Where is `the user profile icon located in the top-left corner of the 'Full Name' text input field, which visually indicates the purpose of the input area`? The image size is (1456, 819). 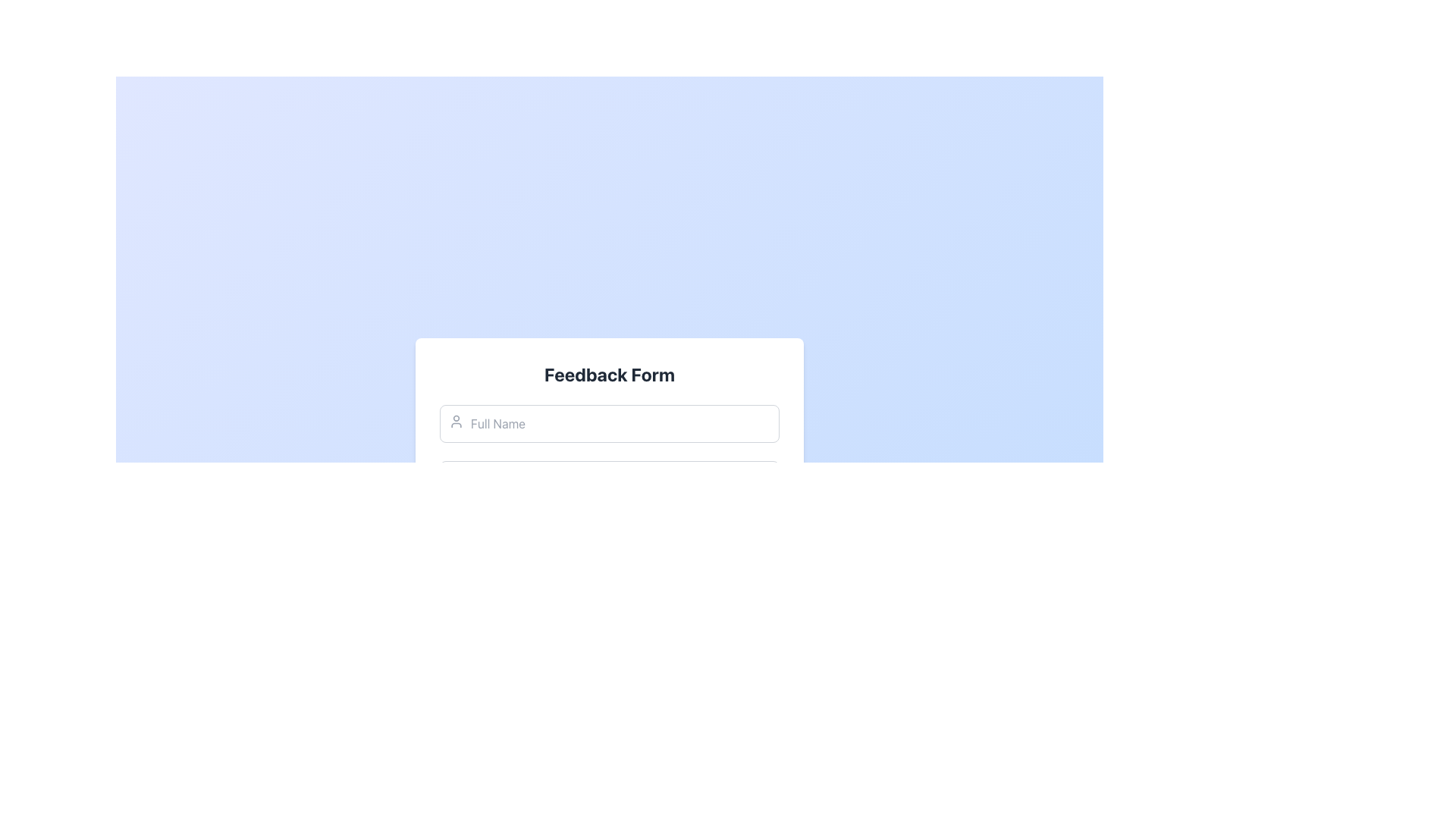 the user profile icon located in the top-left corner of the 'Full Name' text input field, which visually indicates the purpose of the input area is located at coordinates (455, 421).